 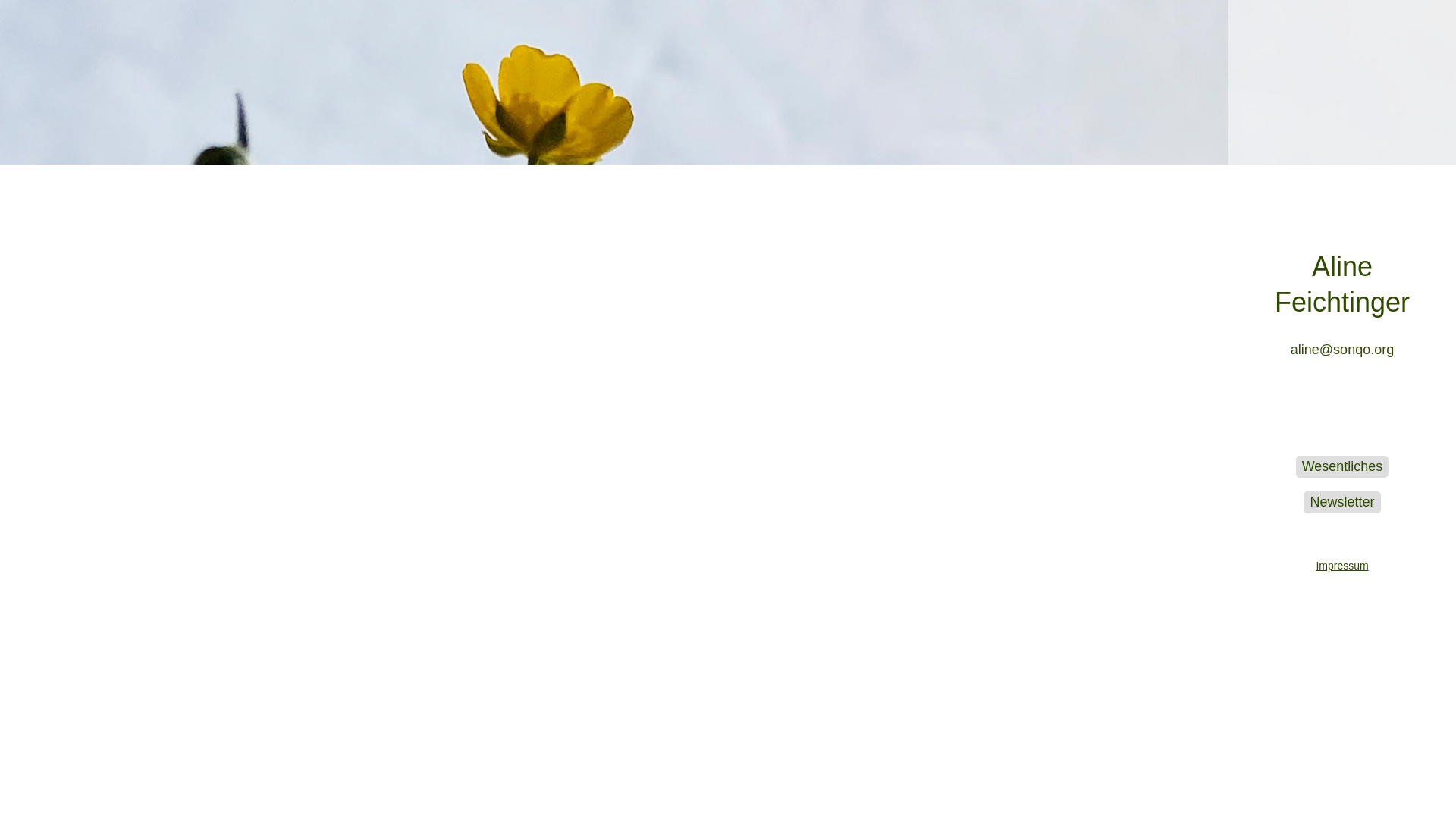 I want to click on 'Impressum', so click(x=1259, y=550).